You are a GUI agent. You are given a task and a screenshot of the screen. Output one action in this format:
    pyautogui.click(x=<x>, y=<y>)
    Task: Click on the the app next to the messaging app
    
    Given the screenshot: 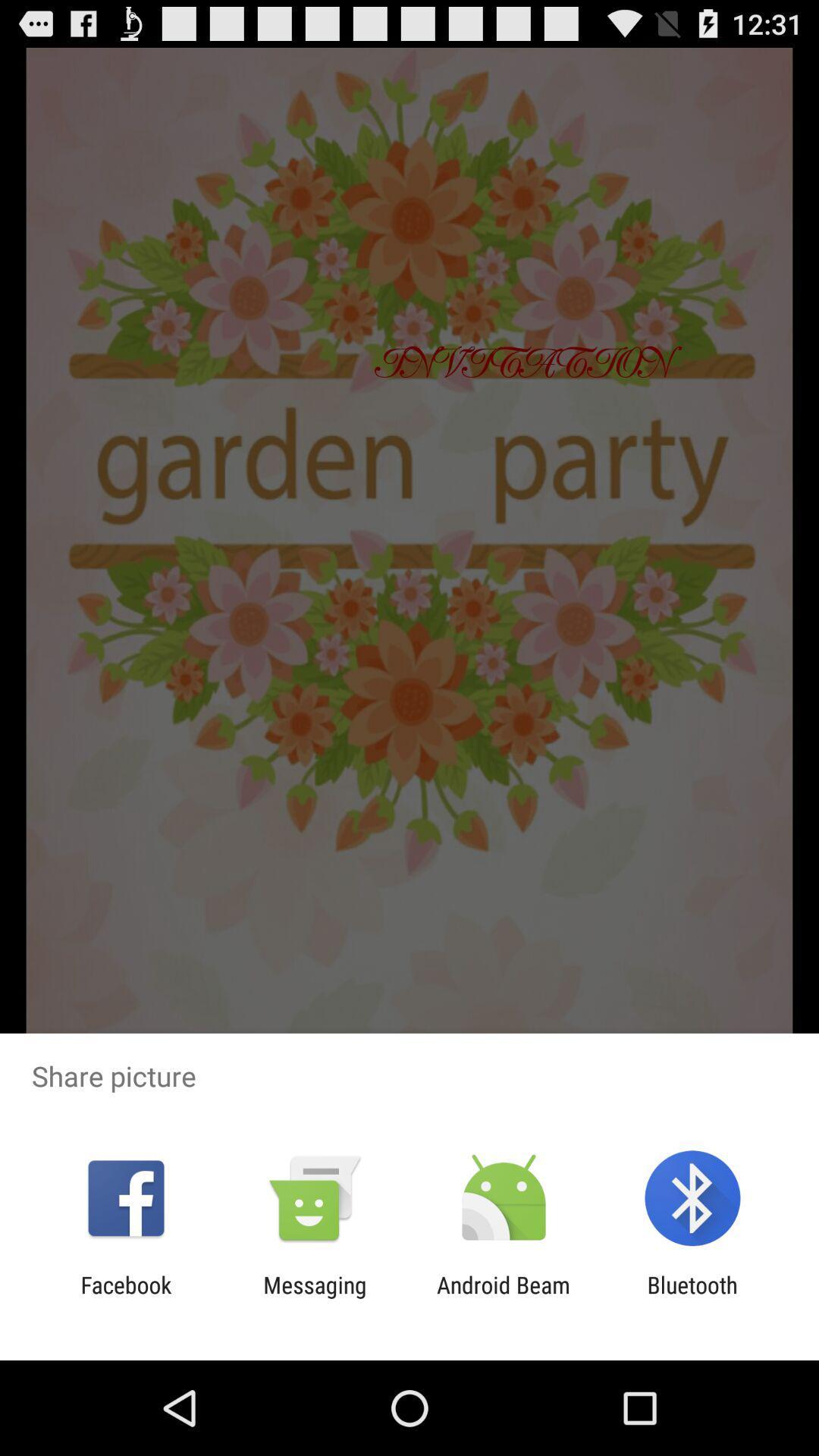 What is the action you would take?
    pyautogui.click(x=125, y=1298)
    